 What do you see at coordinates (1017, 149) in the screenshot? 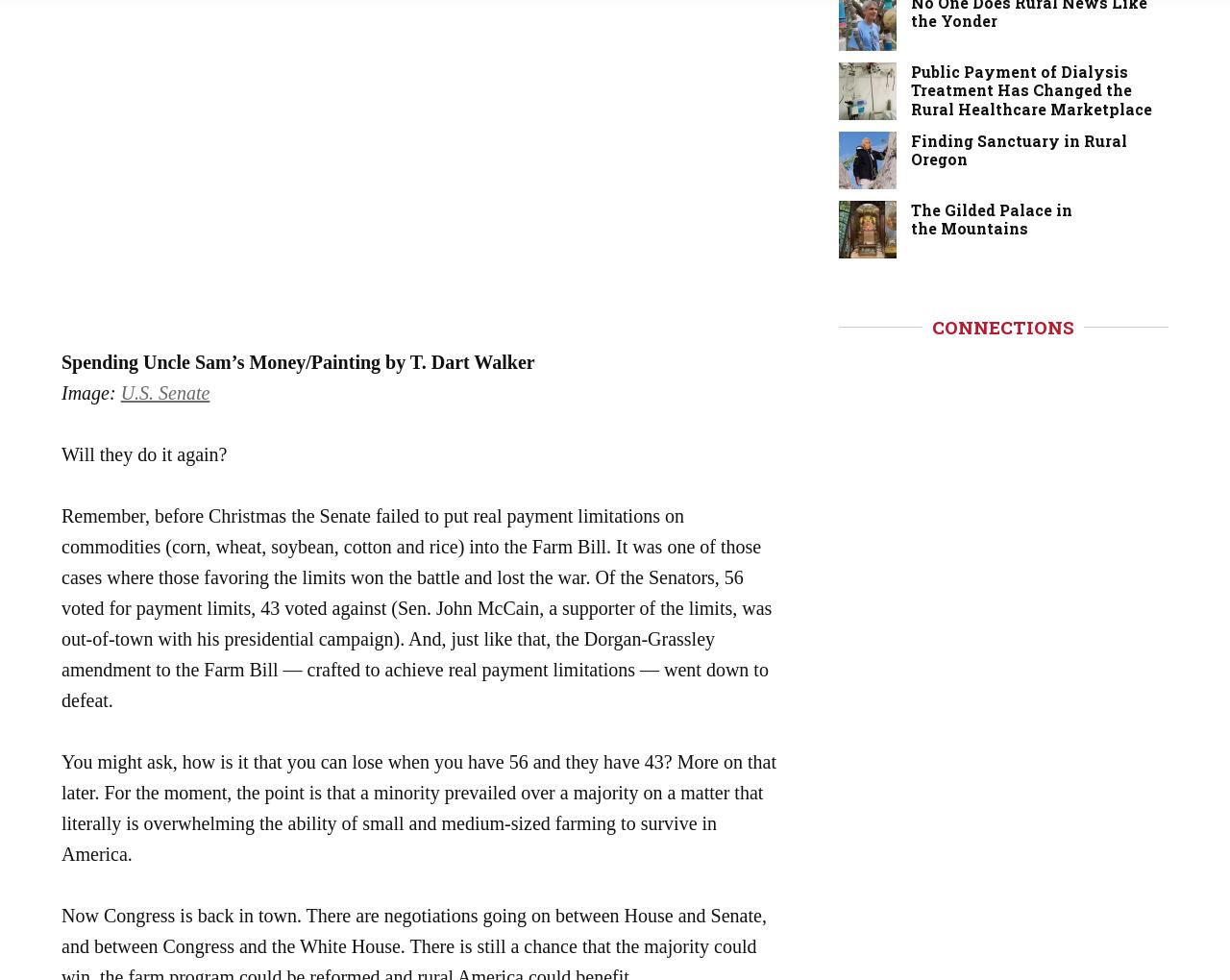
I see `'Finding Sanctuary in Rural Oregon'` at bounding box center [1017, 149].